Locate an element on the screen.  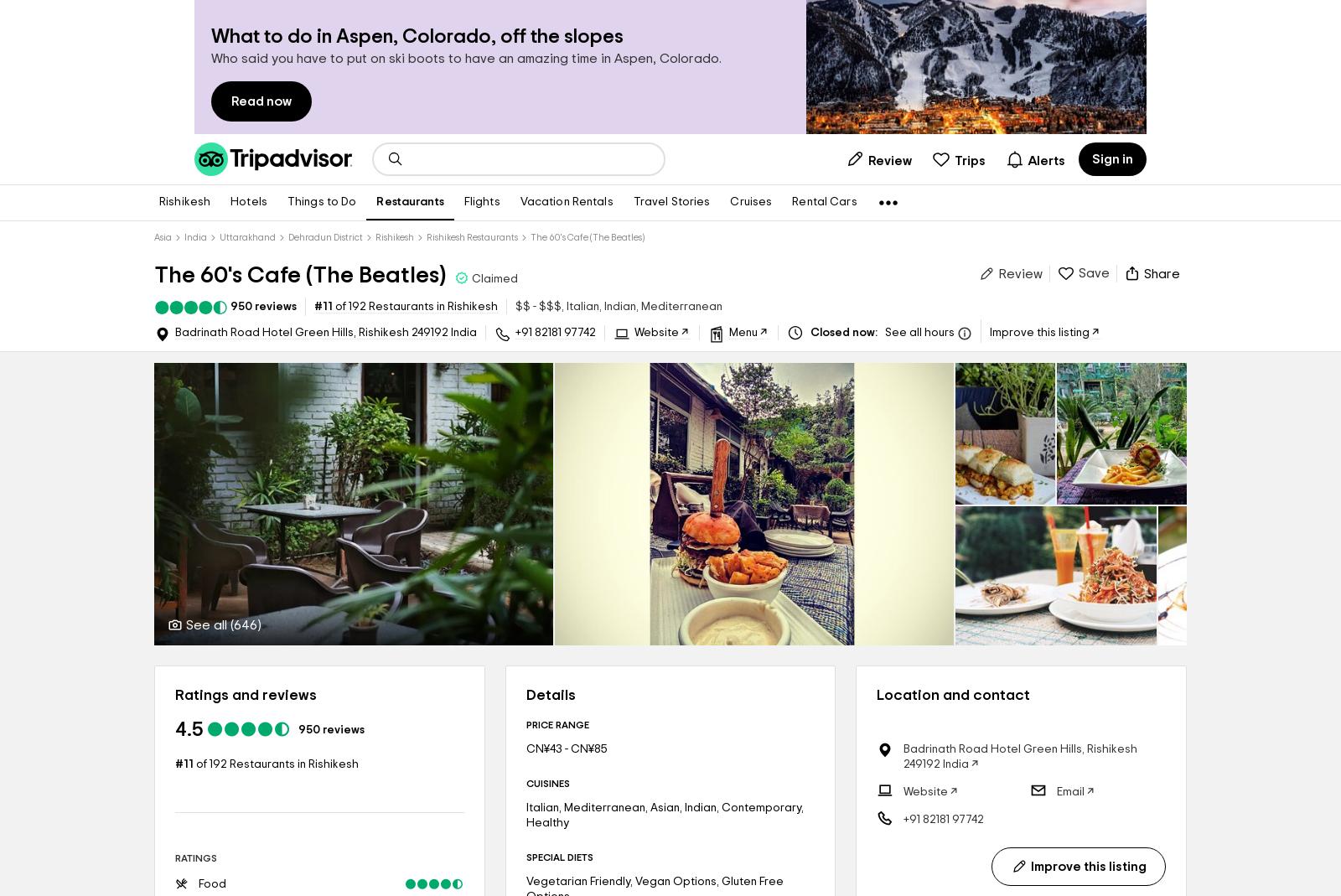
'Closed now' is located at coordinates (841, 333).